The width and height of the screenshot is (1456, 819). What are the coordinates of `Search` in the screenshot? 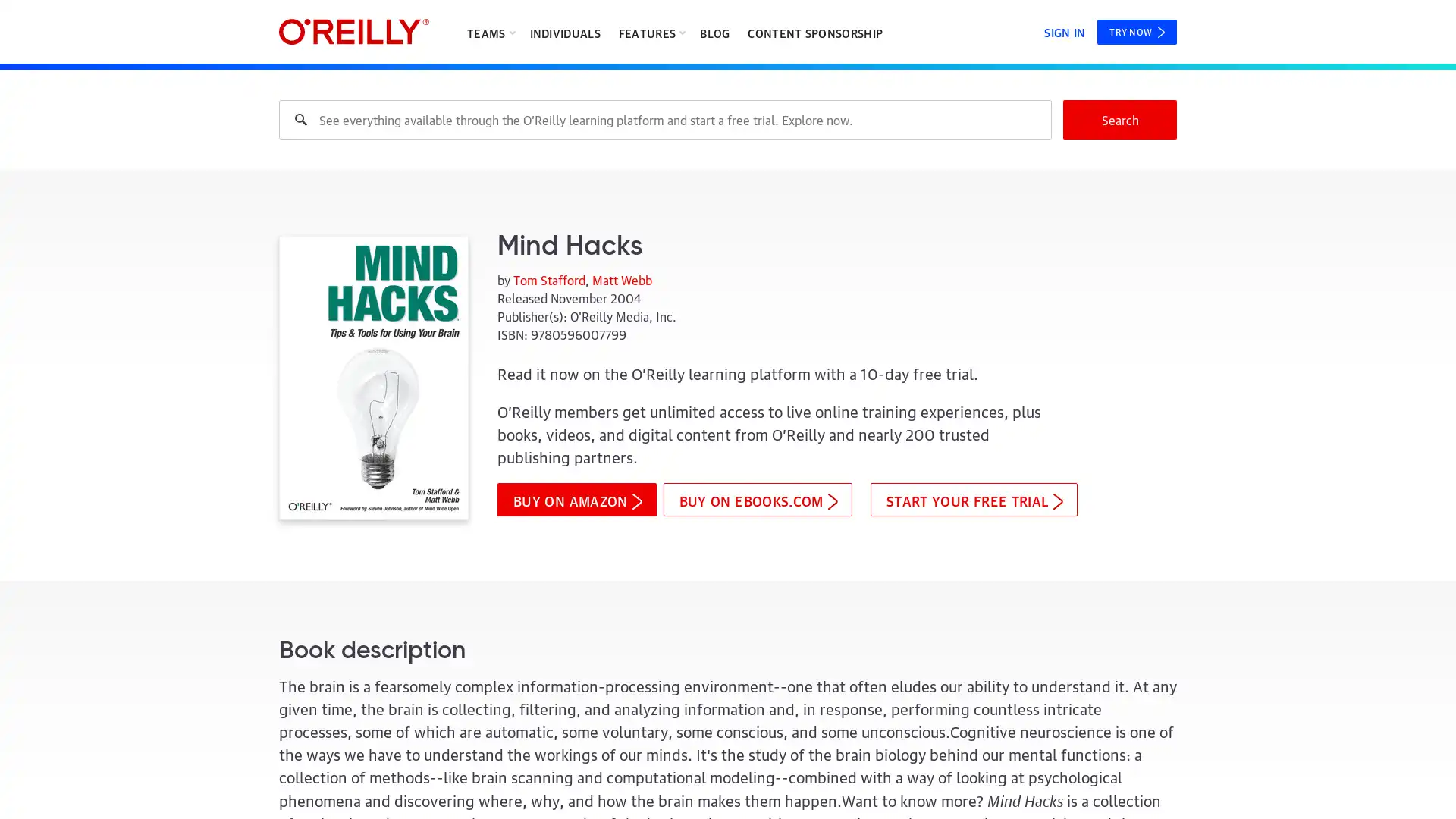 It's located at (1120, 119).